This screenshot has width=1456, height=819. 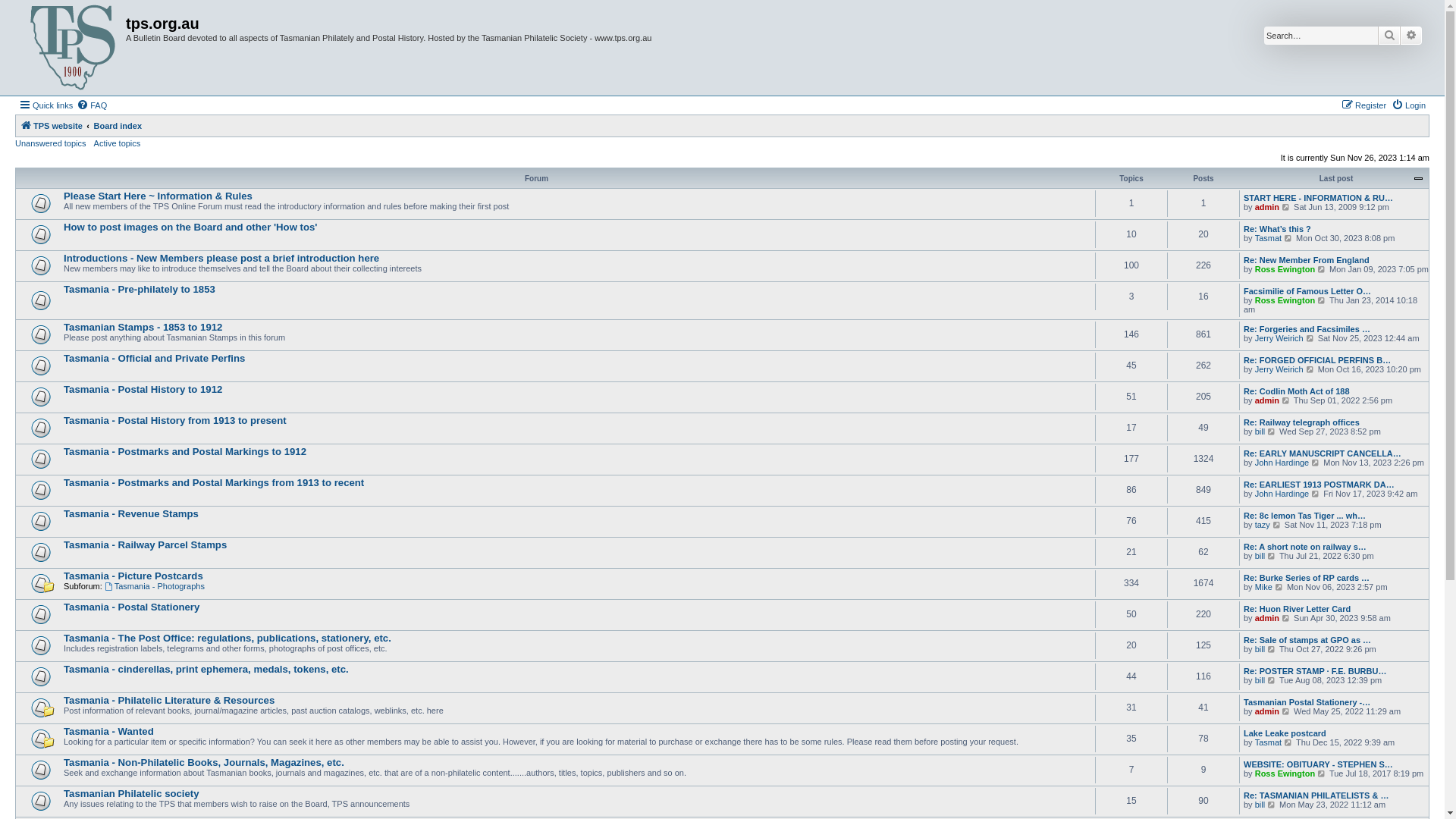 What do you see at coordinates (174, 420) in the screenshot?
I see `'Tasmania - Postal History from 1913 to present'` at bounding box center [174, 420].